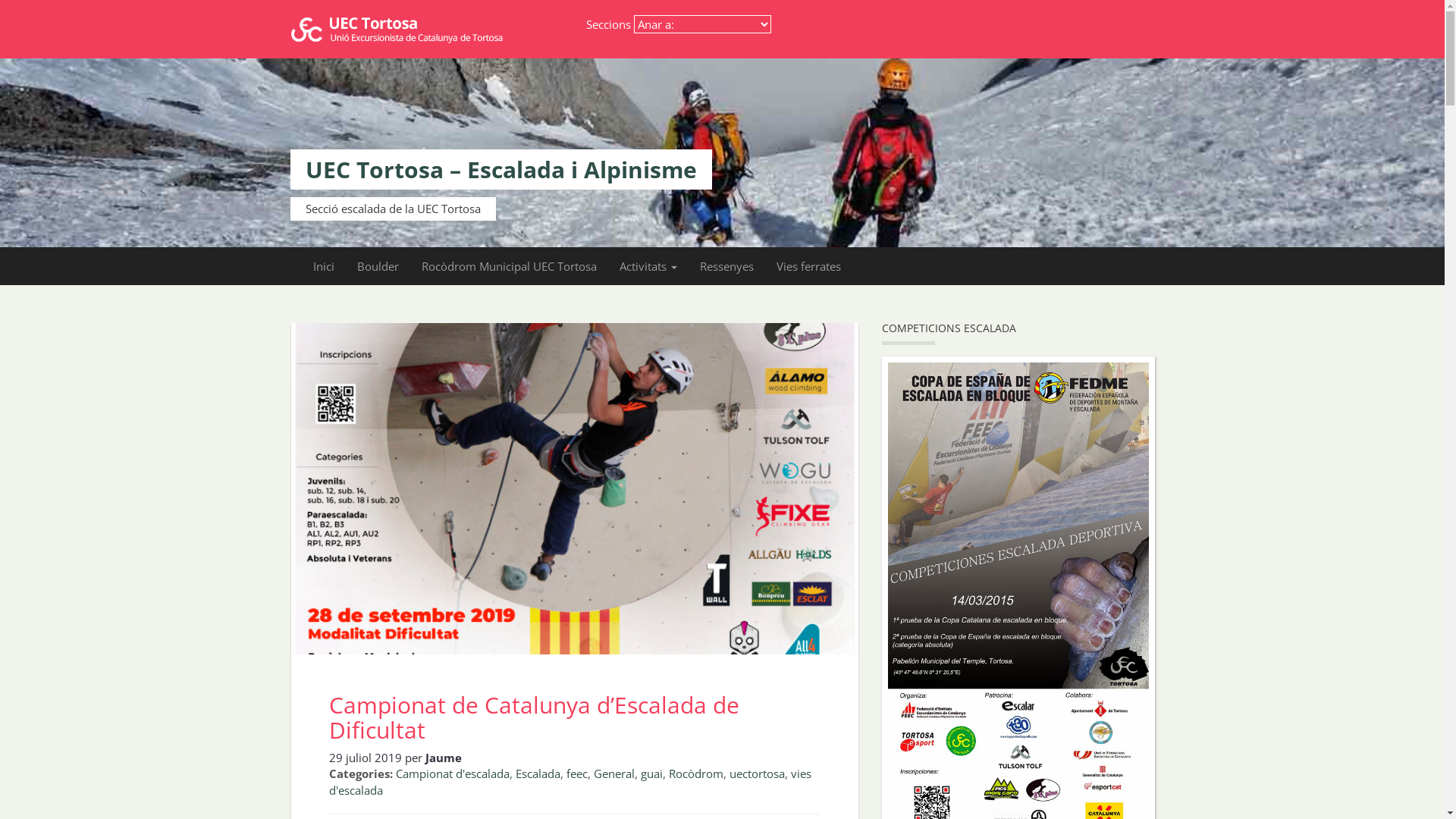 Image resolution: width=1456 pixels, height=819 pixels. I want to click on 'Escalada', so click(516, 773).